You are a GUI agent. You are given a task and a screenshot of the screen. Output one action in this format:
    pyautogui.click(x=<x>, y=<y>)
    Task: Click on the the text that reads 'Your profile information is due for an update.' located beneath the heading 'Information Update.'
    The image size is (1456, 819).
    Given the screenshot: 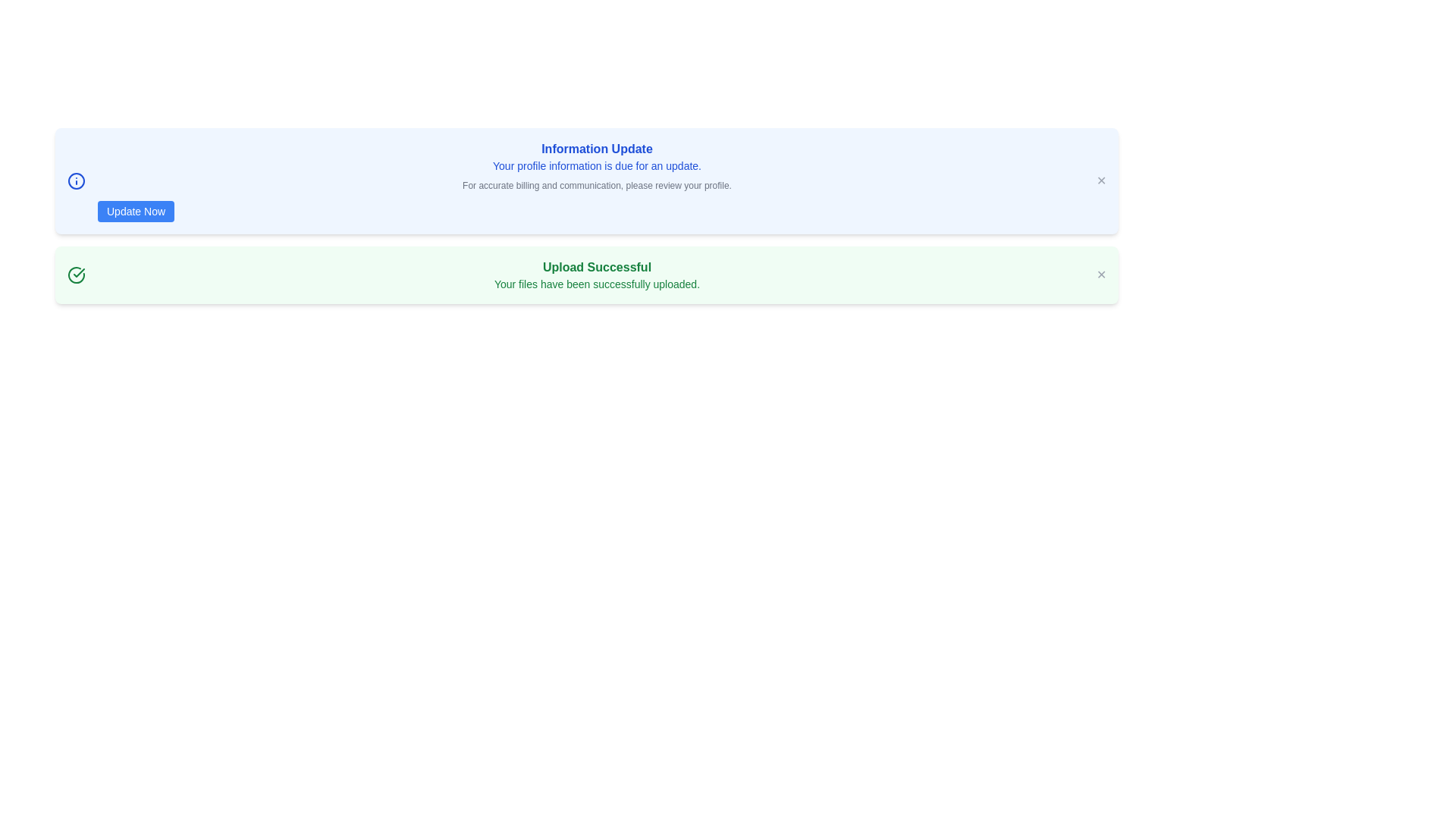 What is the action you would take?
    pyautogui.click(x=596, y=166)
    